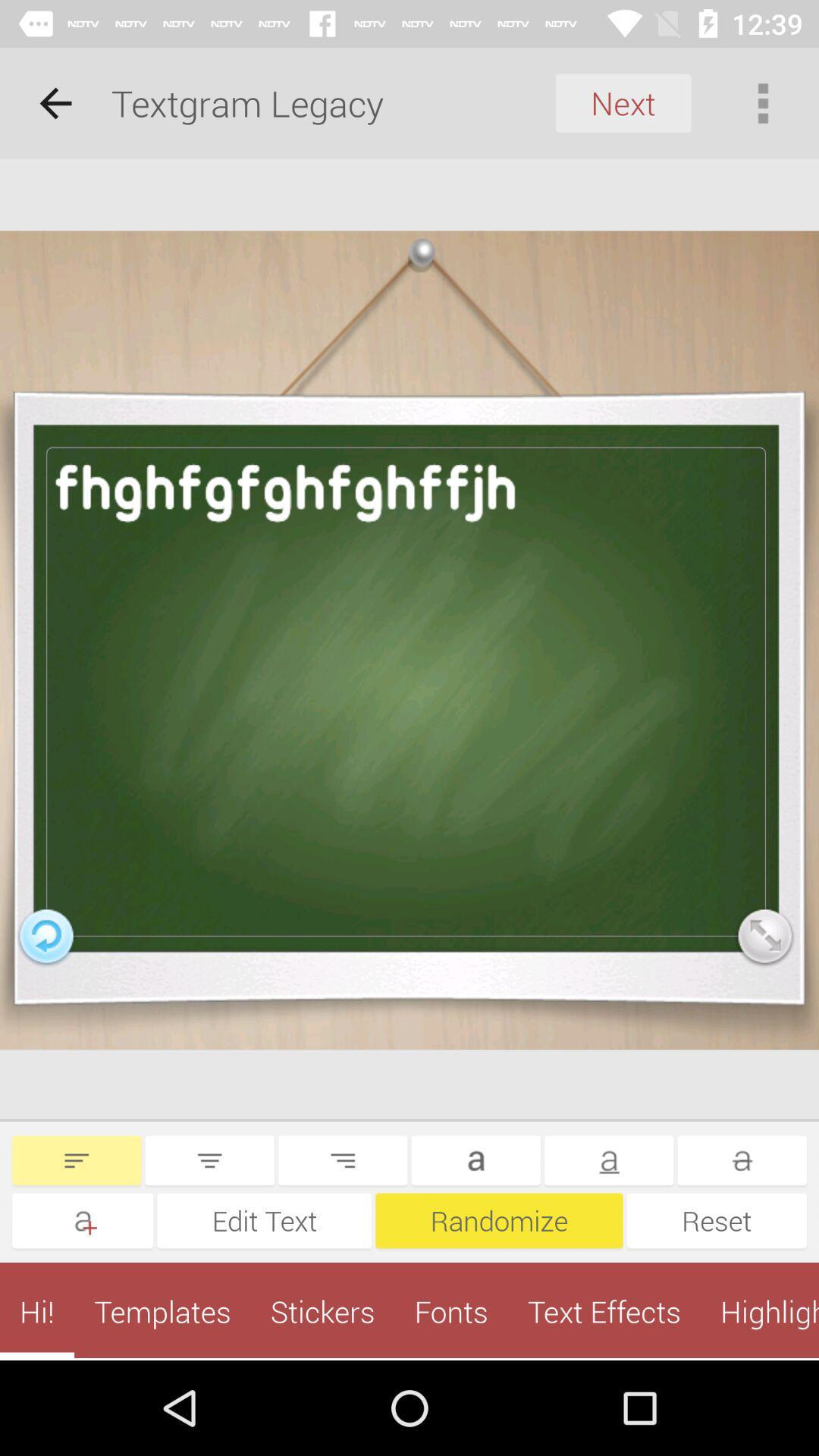 This screenshot has height=1456, width=819. What do you see at coordinates (717, 1220) in the screenshot?
I see `the app above the text effects item` at bounding box center [717, 1220].